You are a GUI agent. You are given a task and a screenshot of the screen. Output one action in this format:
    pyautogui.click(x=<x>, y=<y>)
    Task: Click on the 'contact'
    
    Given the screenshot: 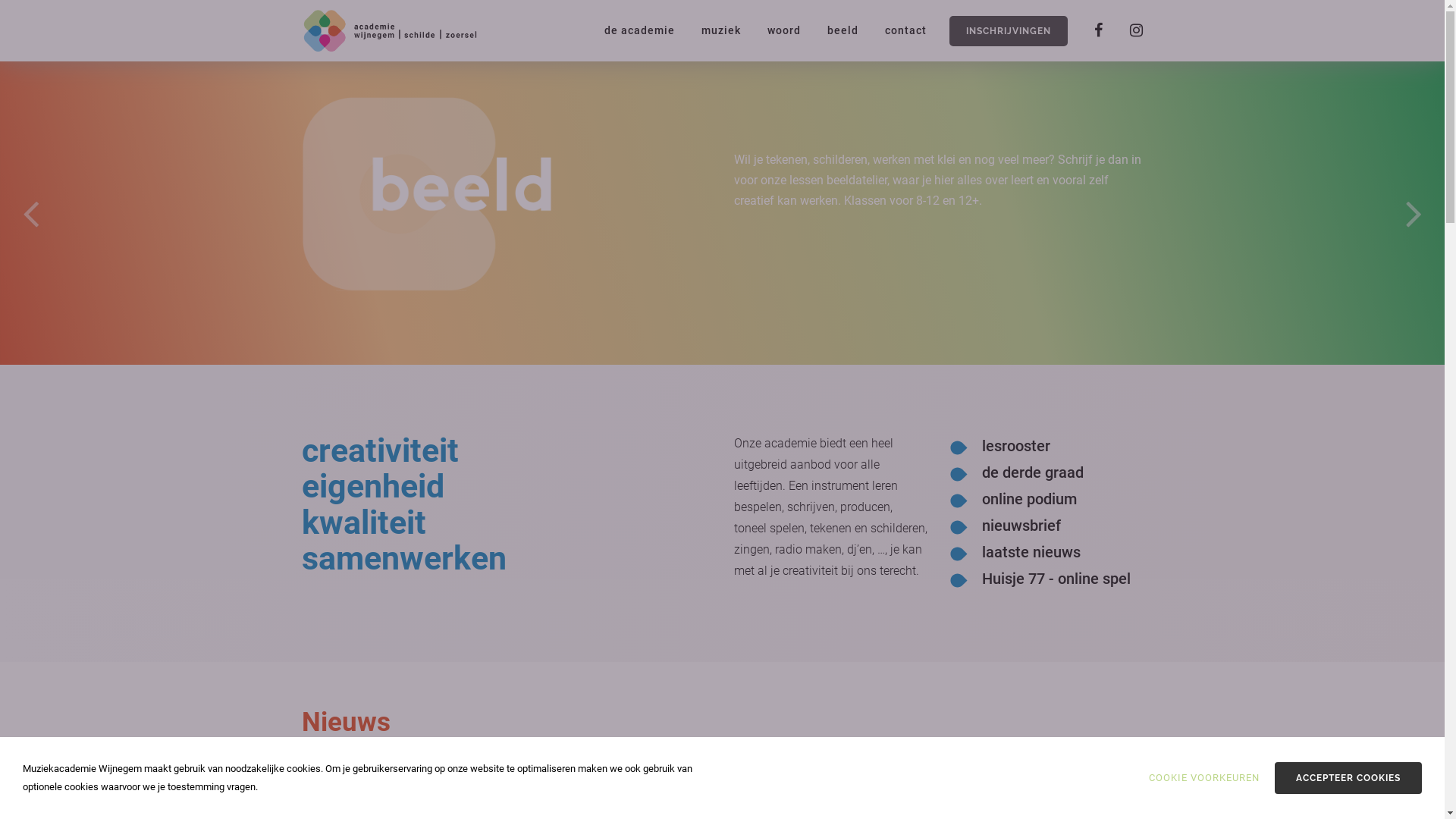 What is the action you would take?
    pyautogui.click(x=892, y=27)
    